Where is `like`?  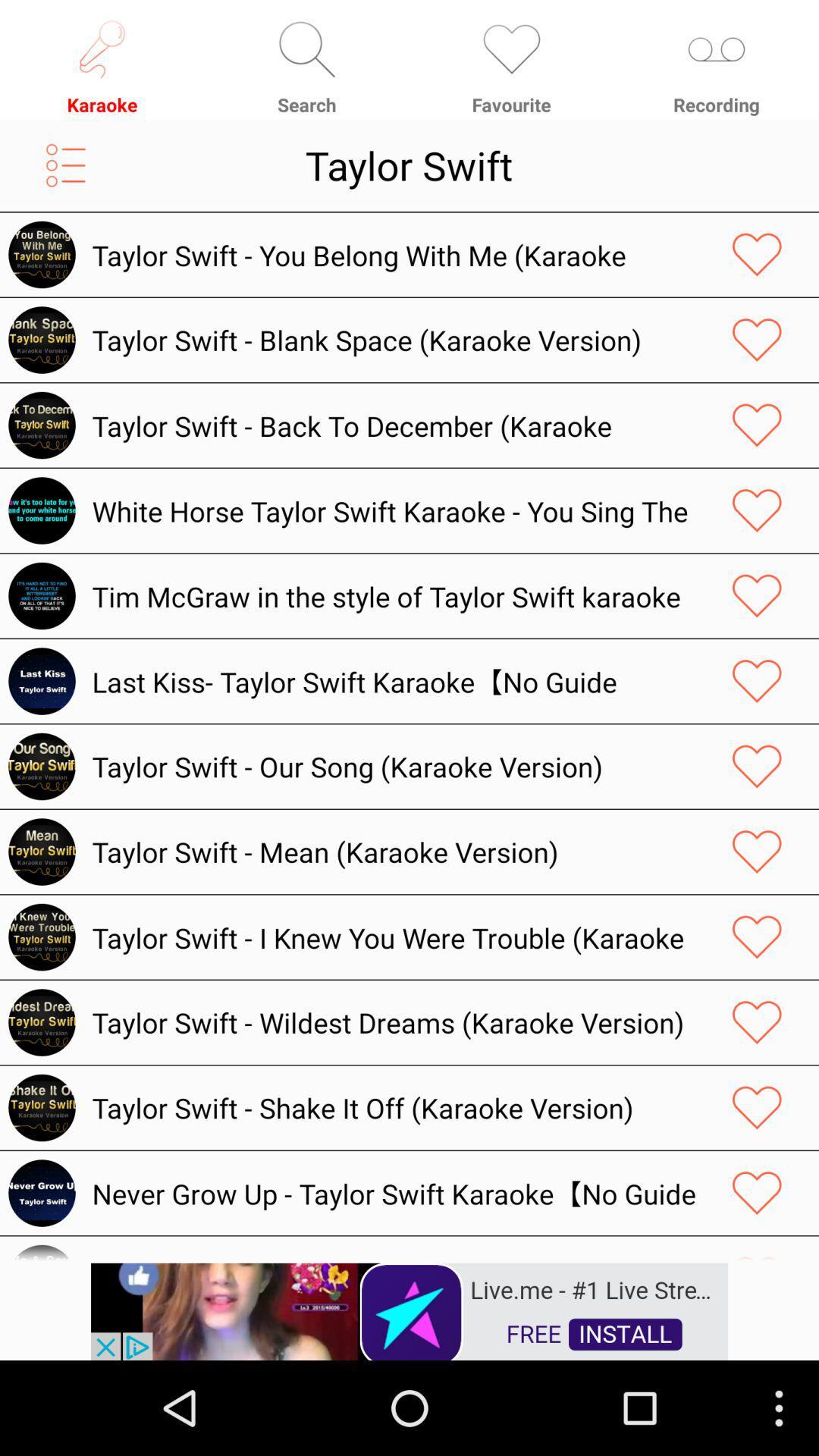 like is located at coordinates (757, 680).